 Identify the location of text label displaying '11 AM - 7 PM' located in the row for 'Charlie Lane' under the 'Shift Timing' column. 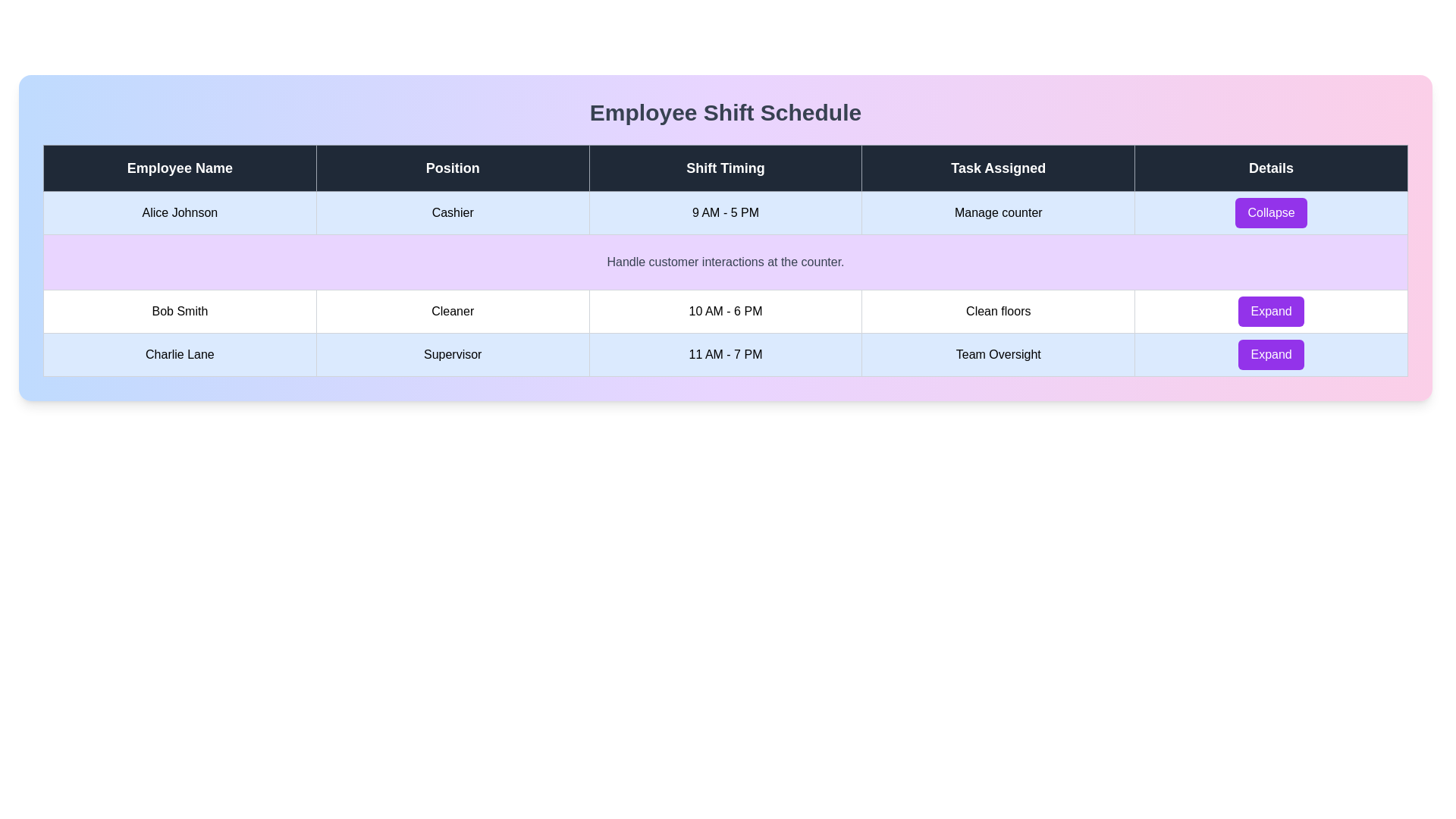
(724, 354).